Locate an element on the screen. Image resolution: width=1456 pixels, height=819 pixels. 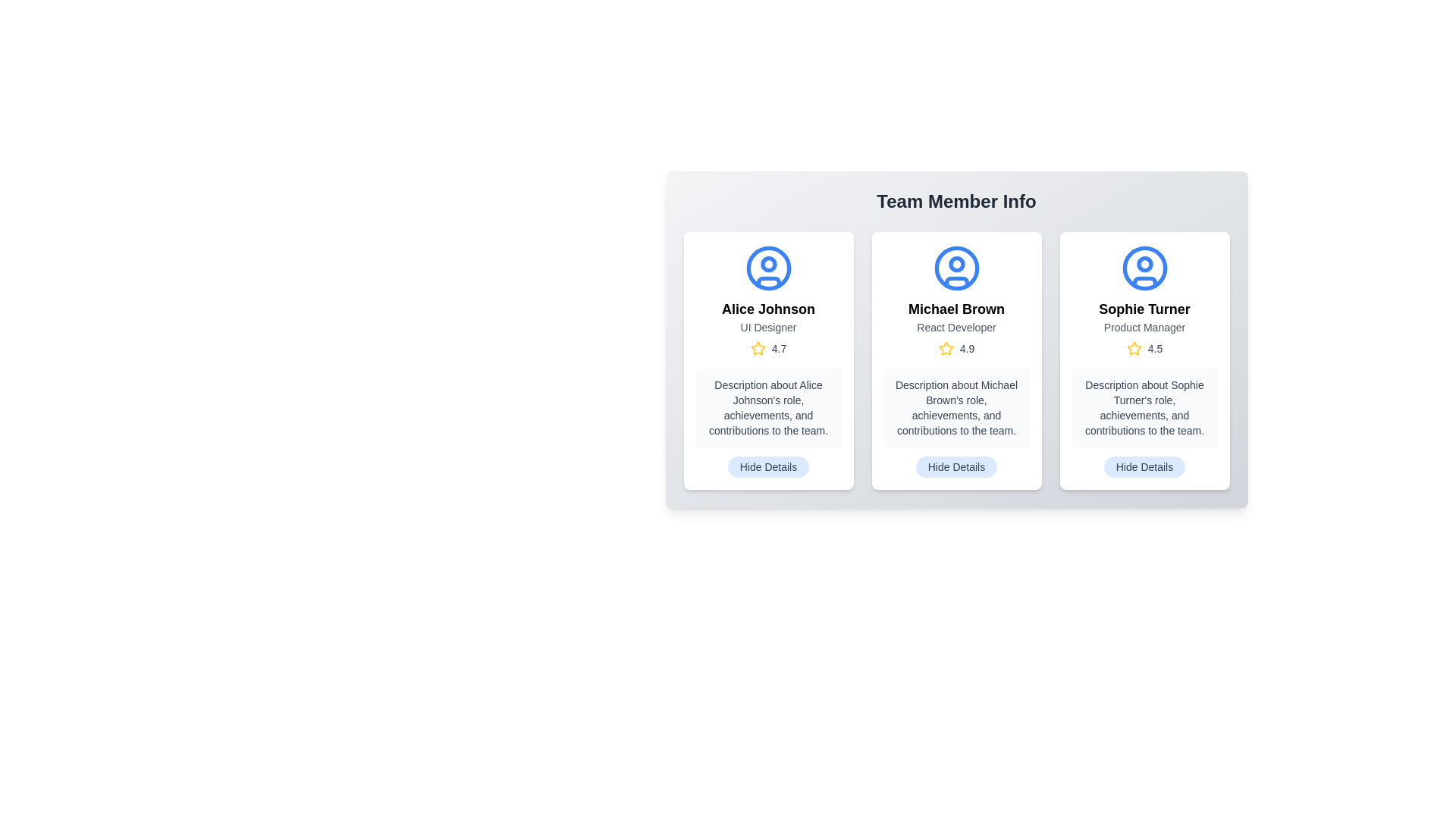
textual description located in the gray text block beneath the star rating in the card dedicated to Sophie Turner is located at coordinates (1144, 406).